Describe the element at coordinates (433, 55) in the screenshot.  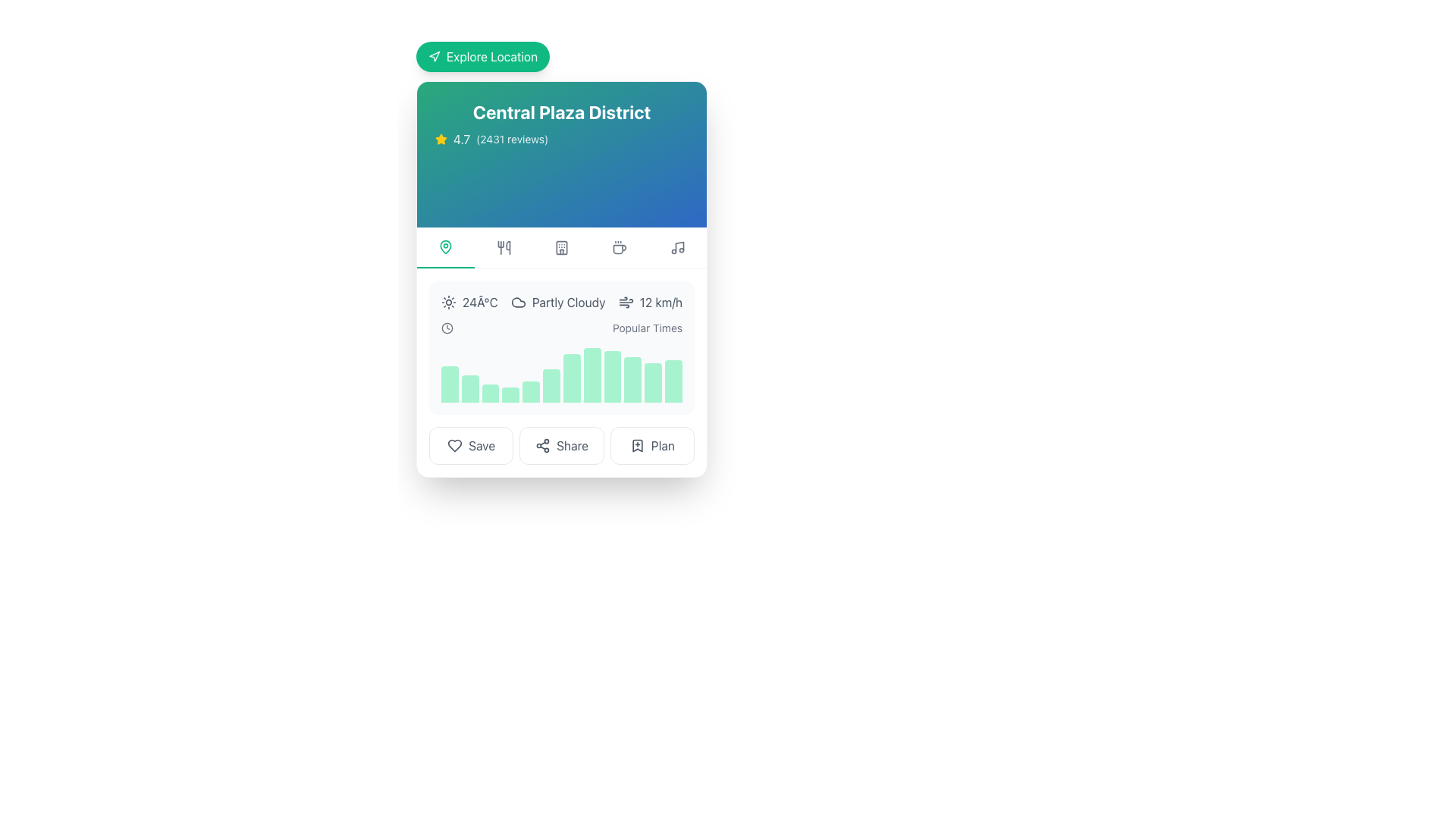
I see `the 'Explore Location' button which contains a triangular navigation icon on a green circular background, located at the top-left of the card interface` at that location.